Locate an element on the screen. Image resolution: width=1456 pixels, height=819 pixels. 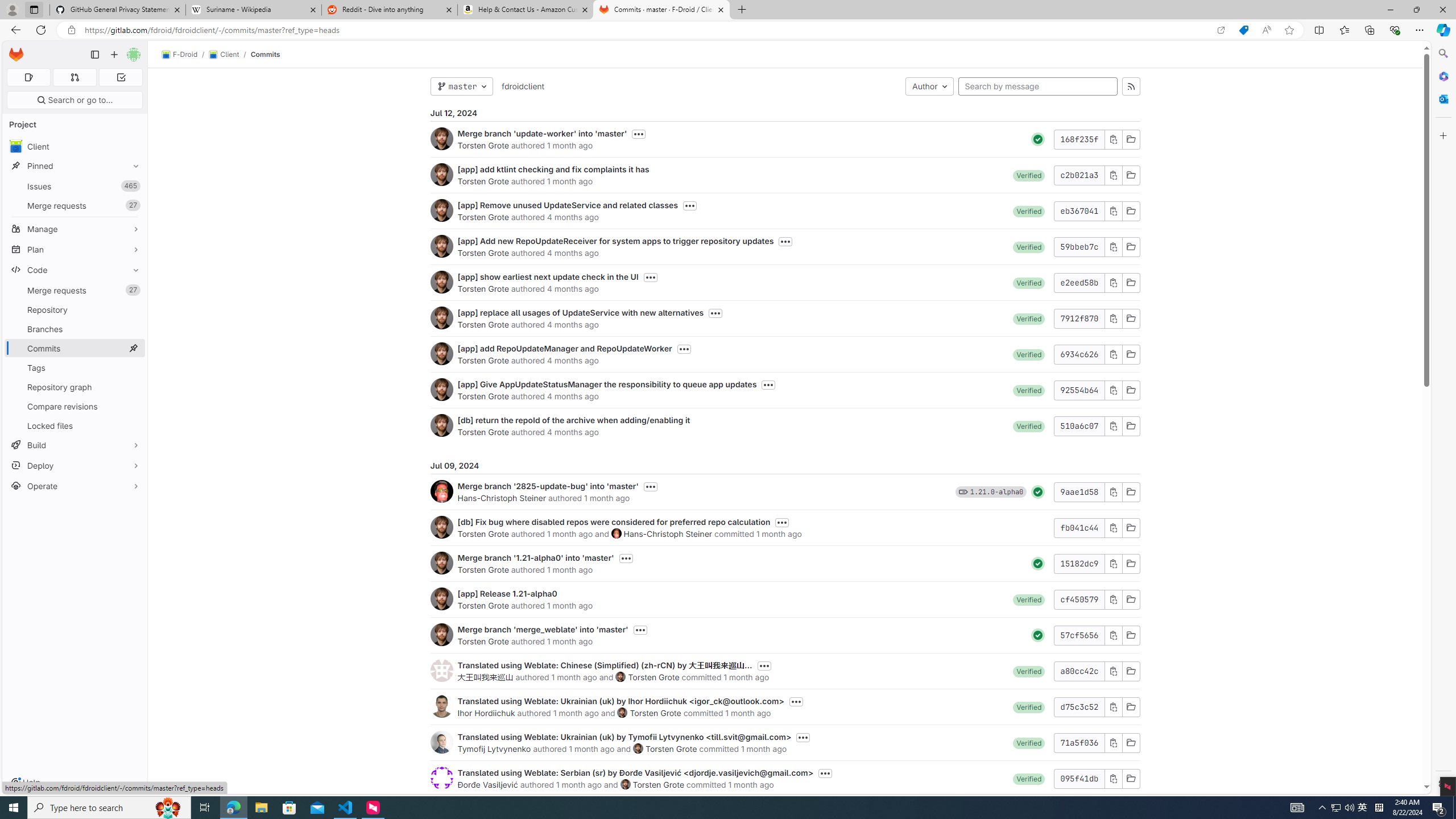
'Browse Files' is located at coordinates (1130, 777).